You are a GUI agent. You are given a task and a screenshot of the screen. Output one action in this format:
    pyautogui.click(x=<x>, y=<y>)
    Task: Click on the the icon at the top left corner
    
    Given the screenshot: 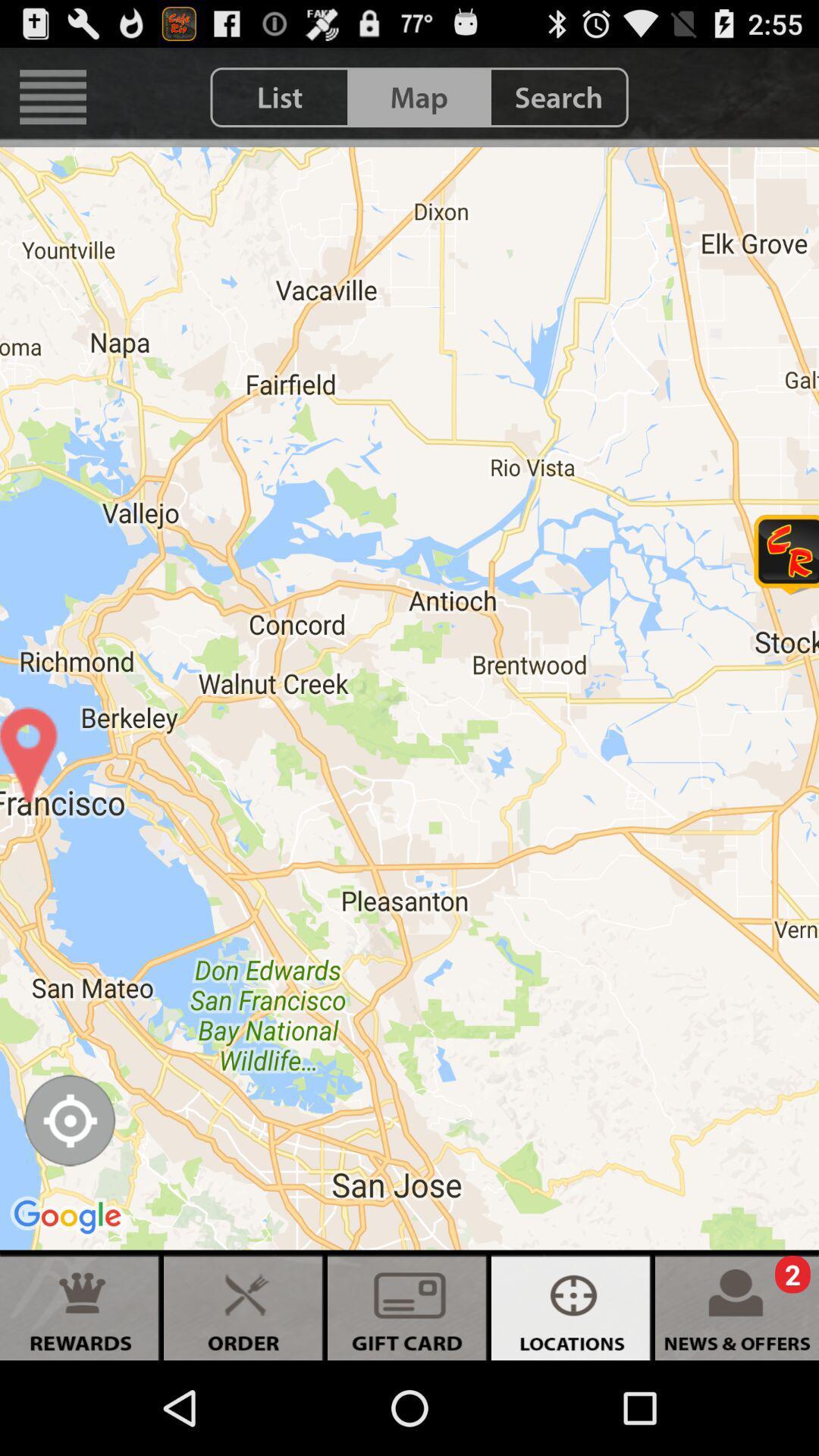 What is the action you would take?
    pyautogui.click(x=52, y=96)
    